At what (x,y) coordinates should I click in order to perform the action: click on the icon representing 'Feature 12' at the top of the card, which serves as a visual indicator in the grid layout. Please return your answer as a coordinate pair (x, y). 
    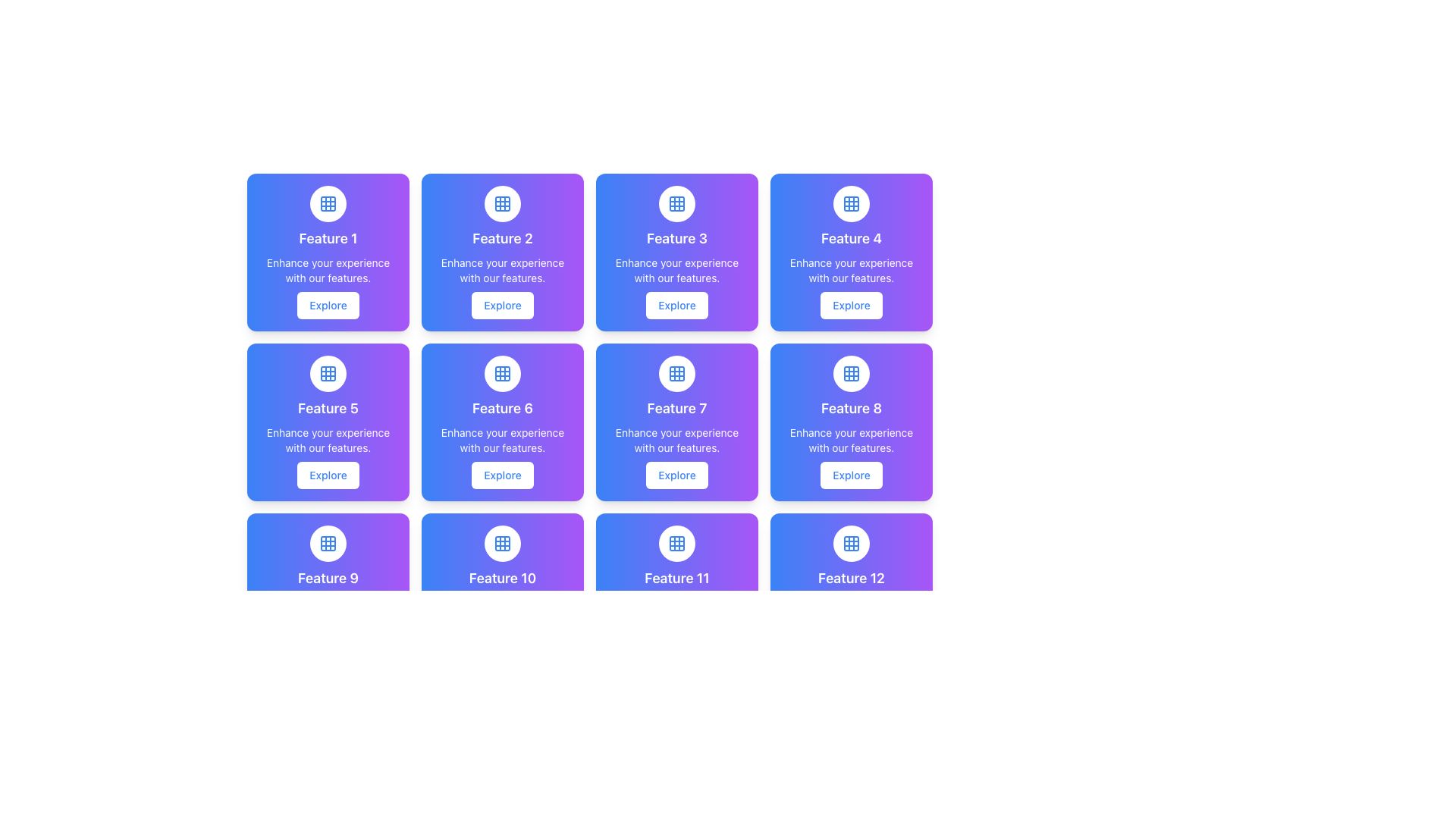
    Looking at the image, I should click on (852, 543).